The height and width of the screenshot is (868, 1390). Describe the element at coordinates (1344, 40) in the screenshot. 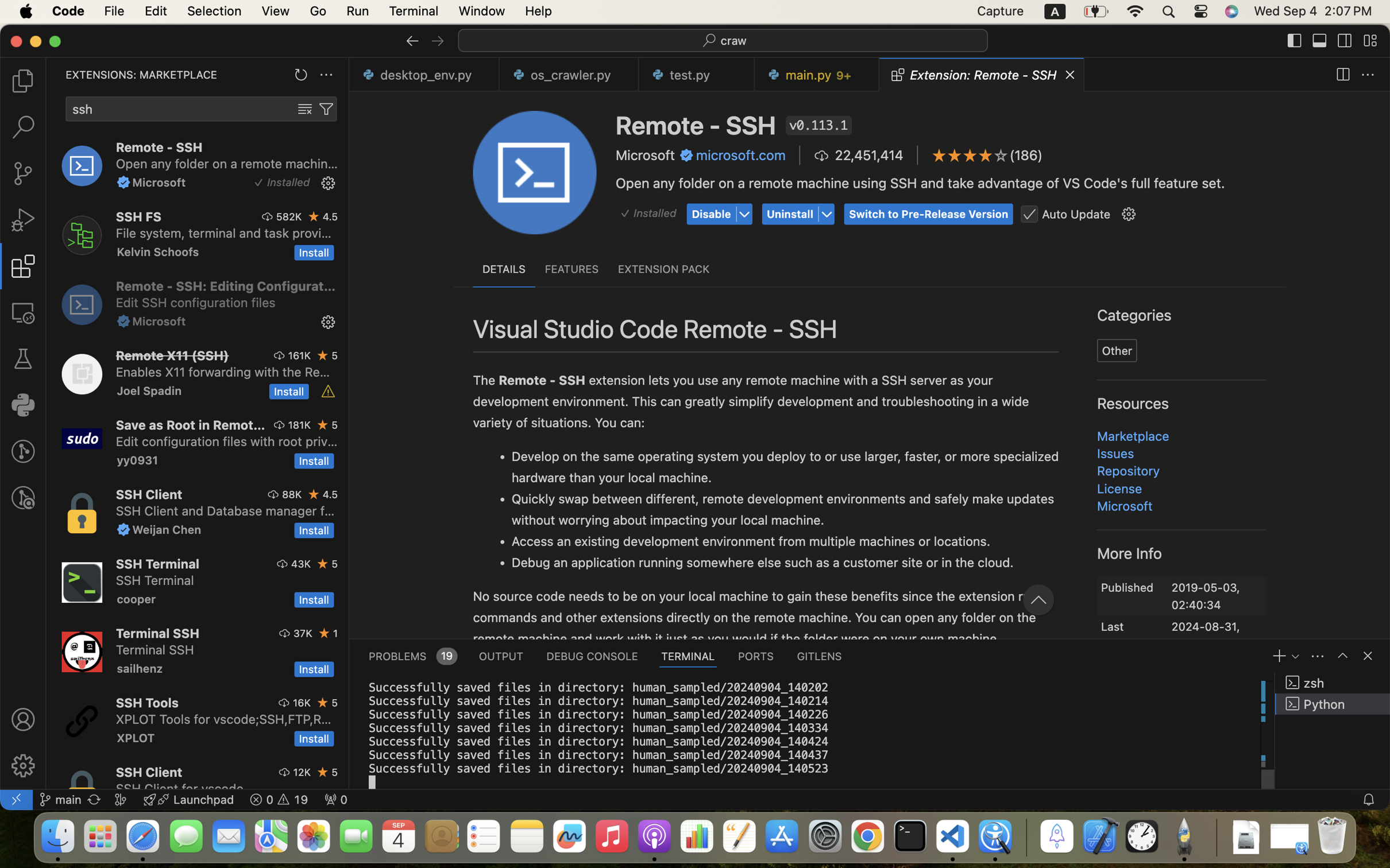

I see `''` at that location.